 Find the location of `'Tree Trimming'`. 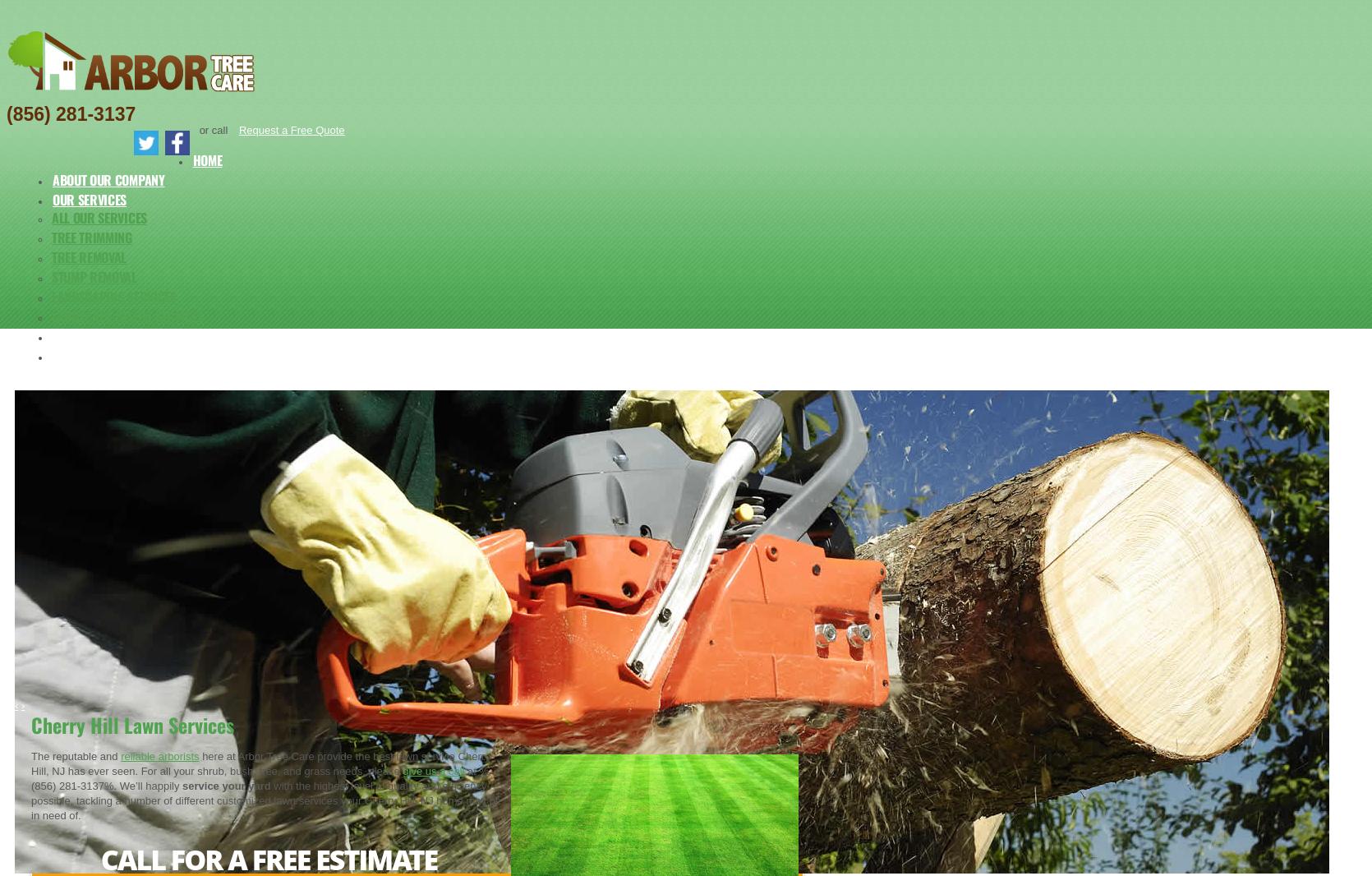

'Tree Trimming' is located at coordinates (51, 237).